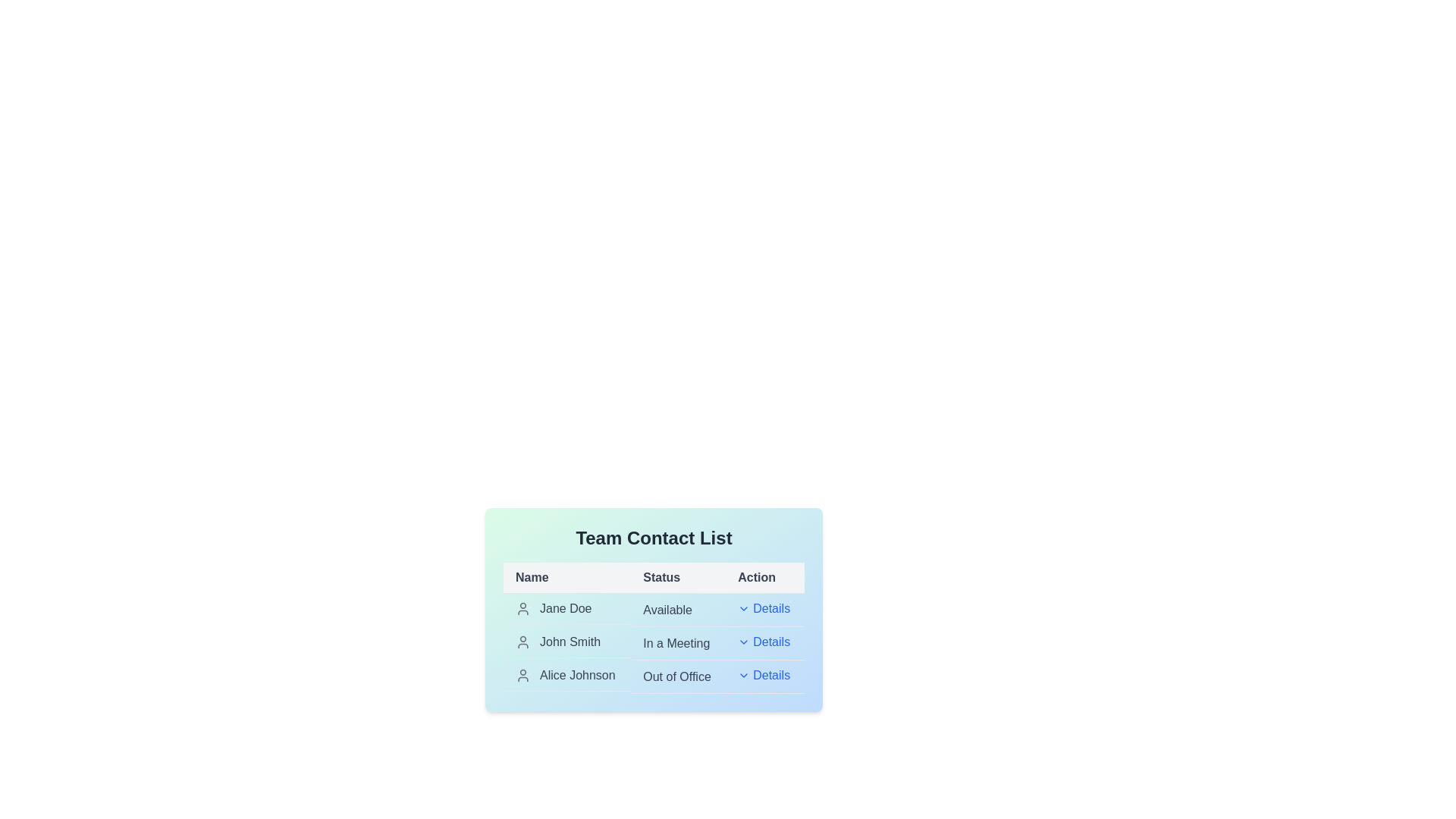  Describe the element at coordinates (566, 675) in the screenshot. I see `the contact name corresponding to Alice Johnson` at that location.